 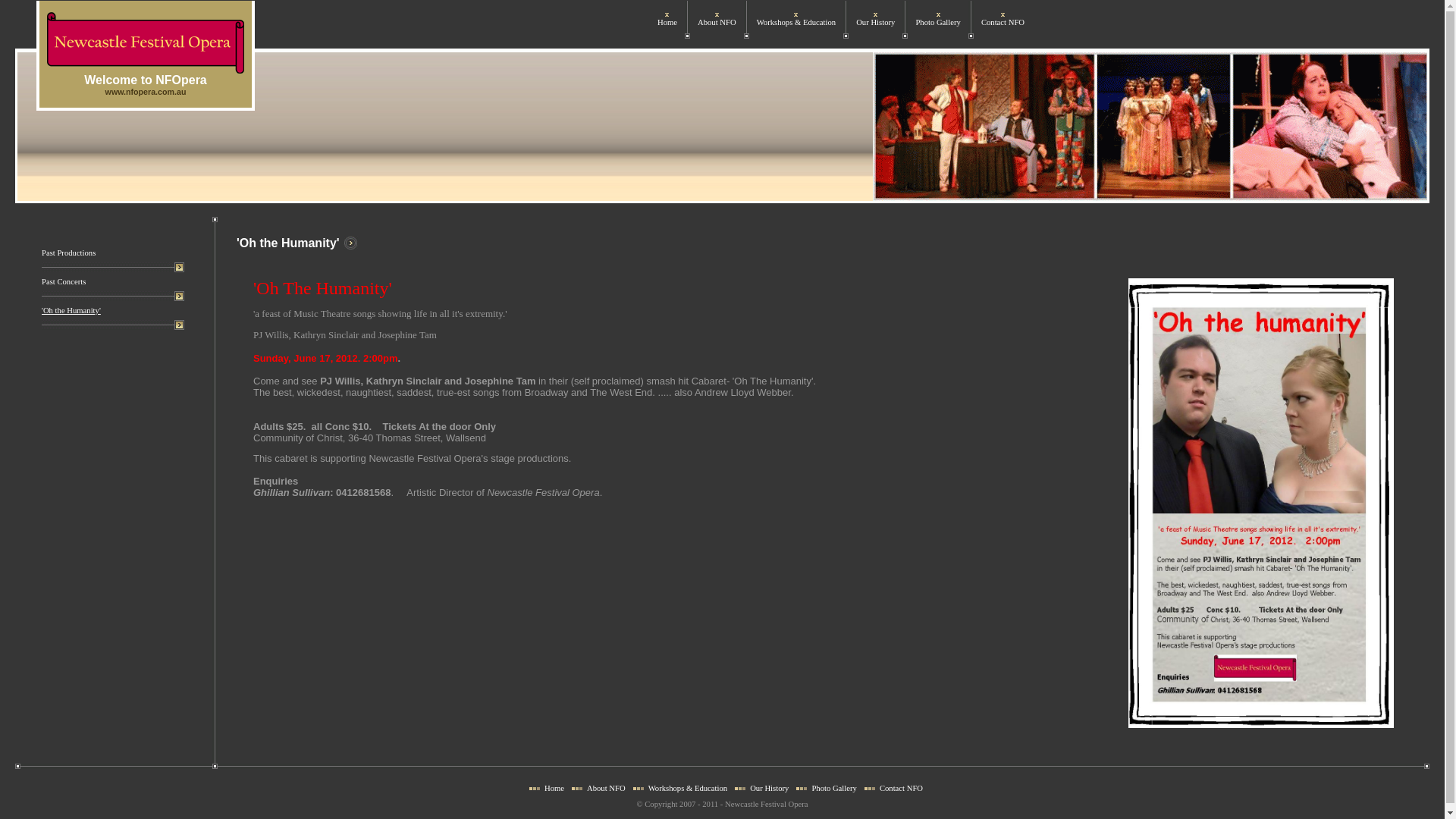 What do you see at coordinates (716, 23) in the screenshot?
I see `'About NFO'` at bounding box center [716, 23].